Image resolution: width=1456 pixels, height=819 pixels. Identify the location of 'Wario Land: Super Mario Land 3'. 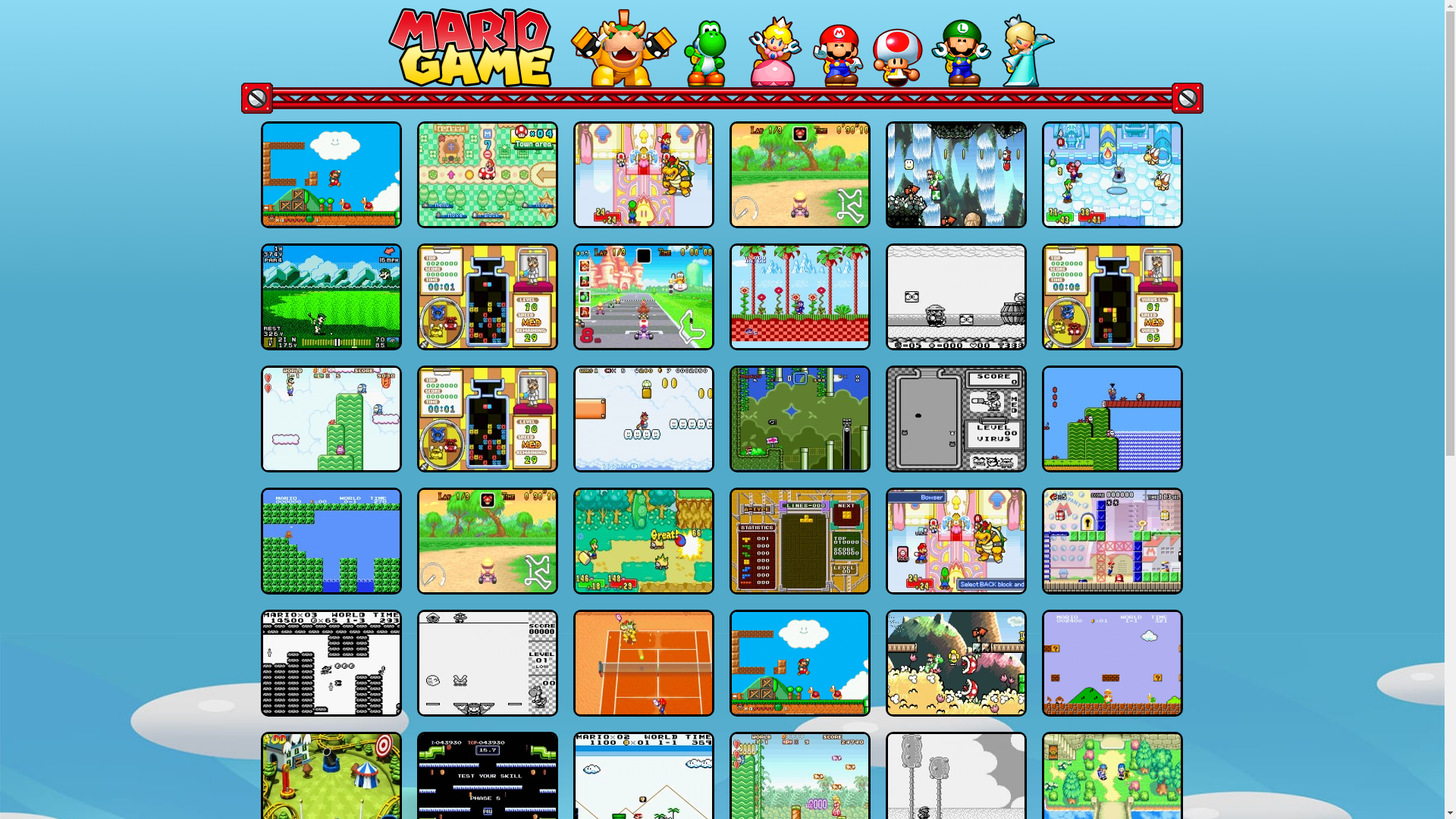
(955, 295).